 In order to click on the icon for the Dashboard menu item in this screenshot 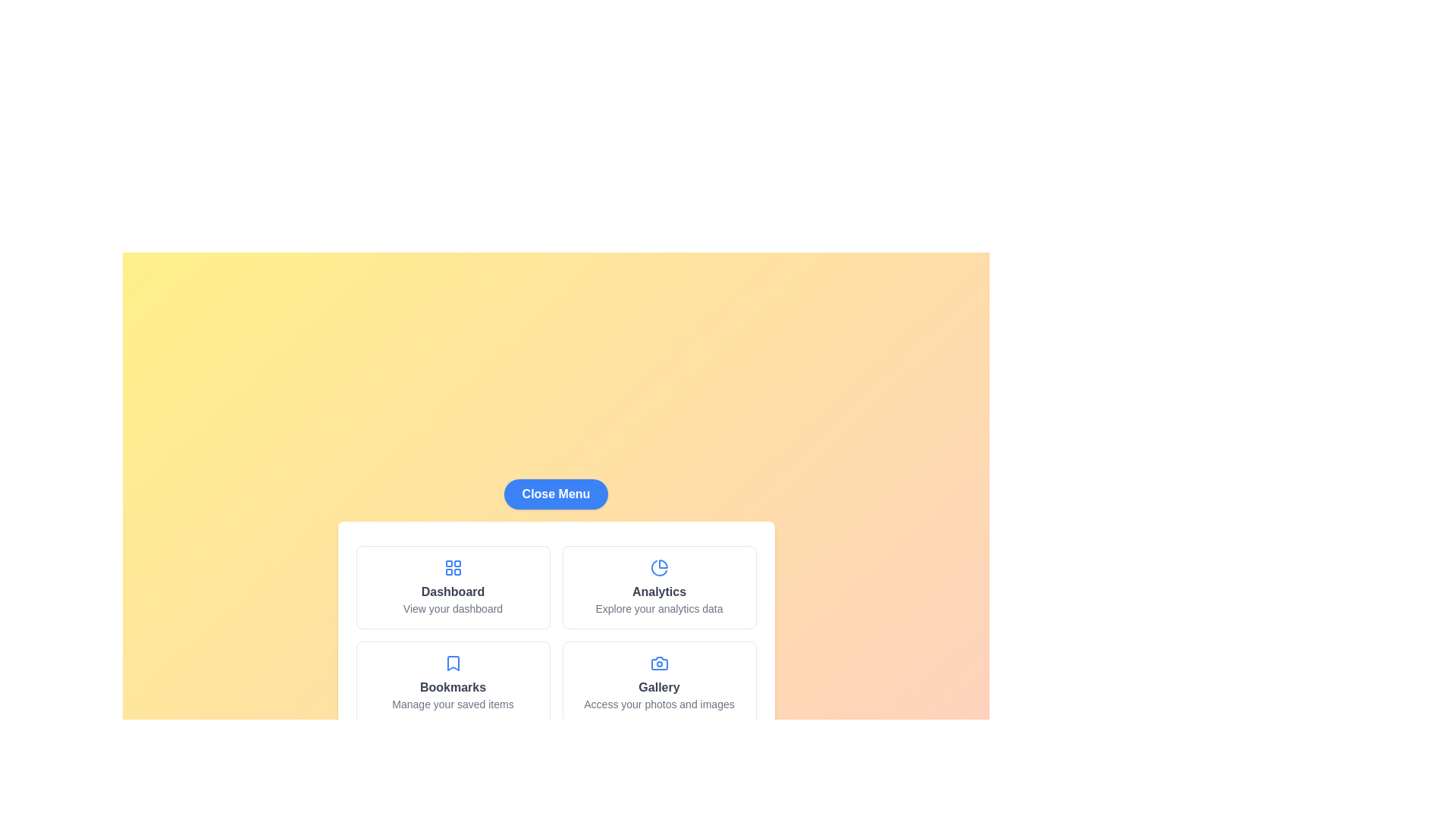, I will do `click(452, 567)`.